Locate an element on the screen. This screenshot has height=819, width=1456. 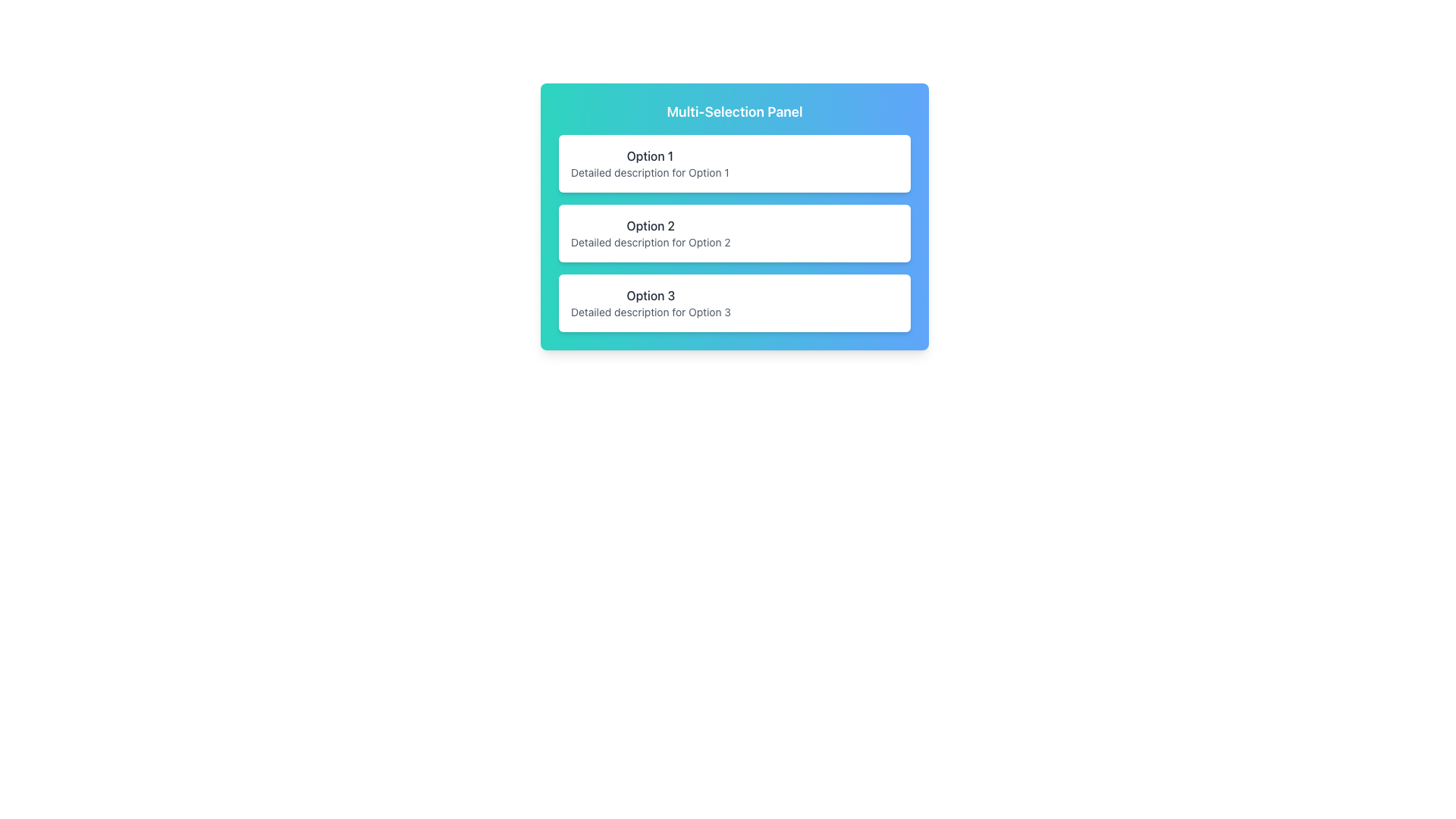
the text label at the top of the first selectable option in the 'Multi-Selection Panel' is located at coordinates (650, 155).